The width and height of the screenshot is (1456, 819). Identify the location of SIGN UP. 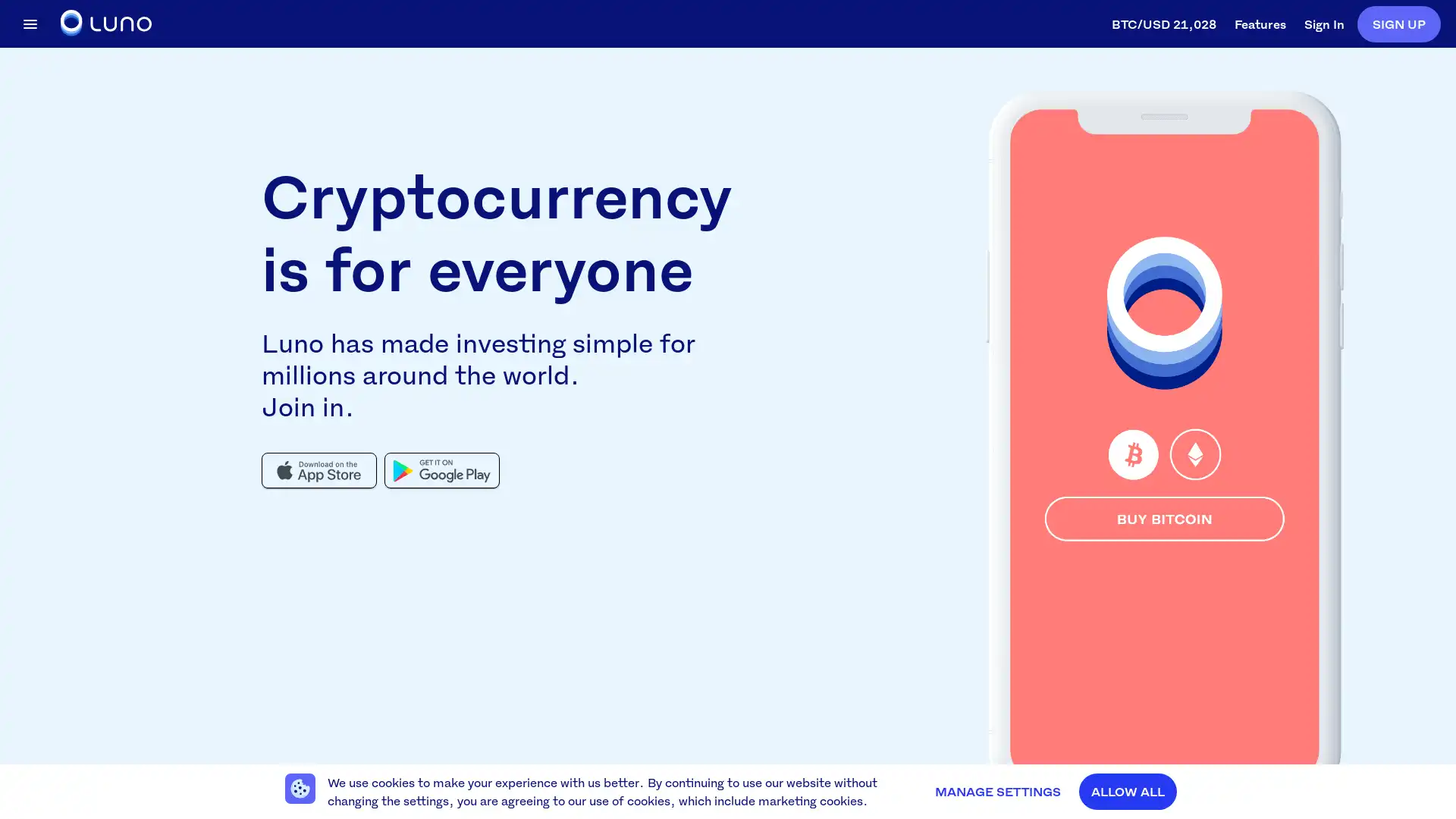
(1398, 23).